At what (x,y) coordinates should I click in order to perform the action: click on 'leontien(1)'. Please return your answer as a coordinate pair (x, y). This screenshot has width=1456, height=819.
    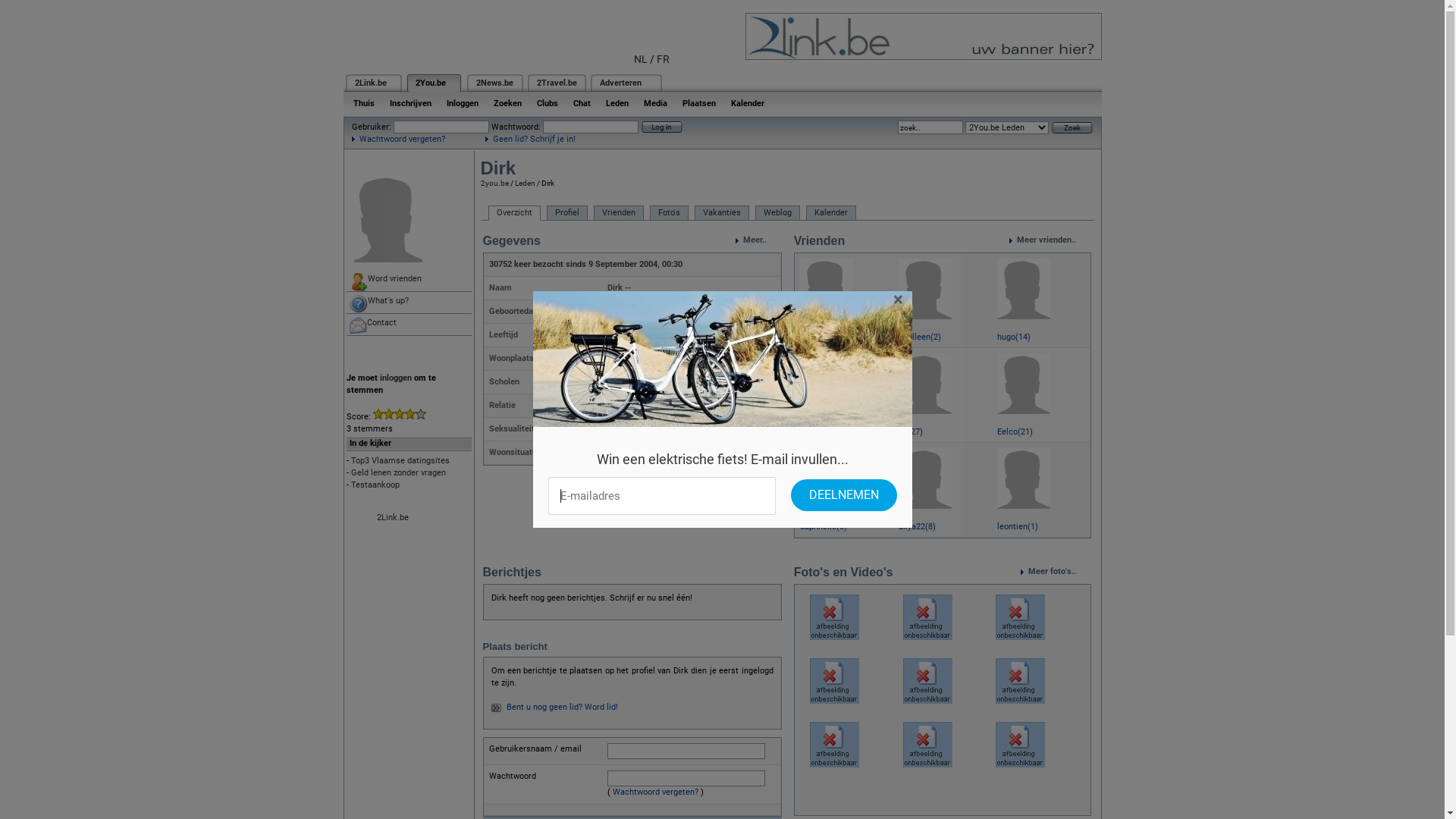
    Looking at the image, I should click on (997, 526).